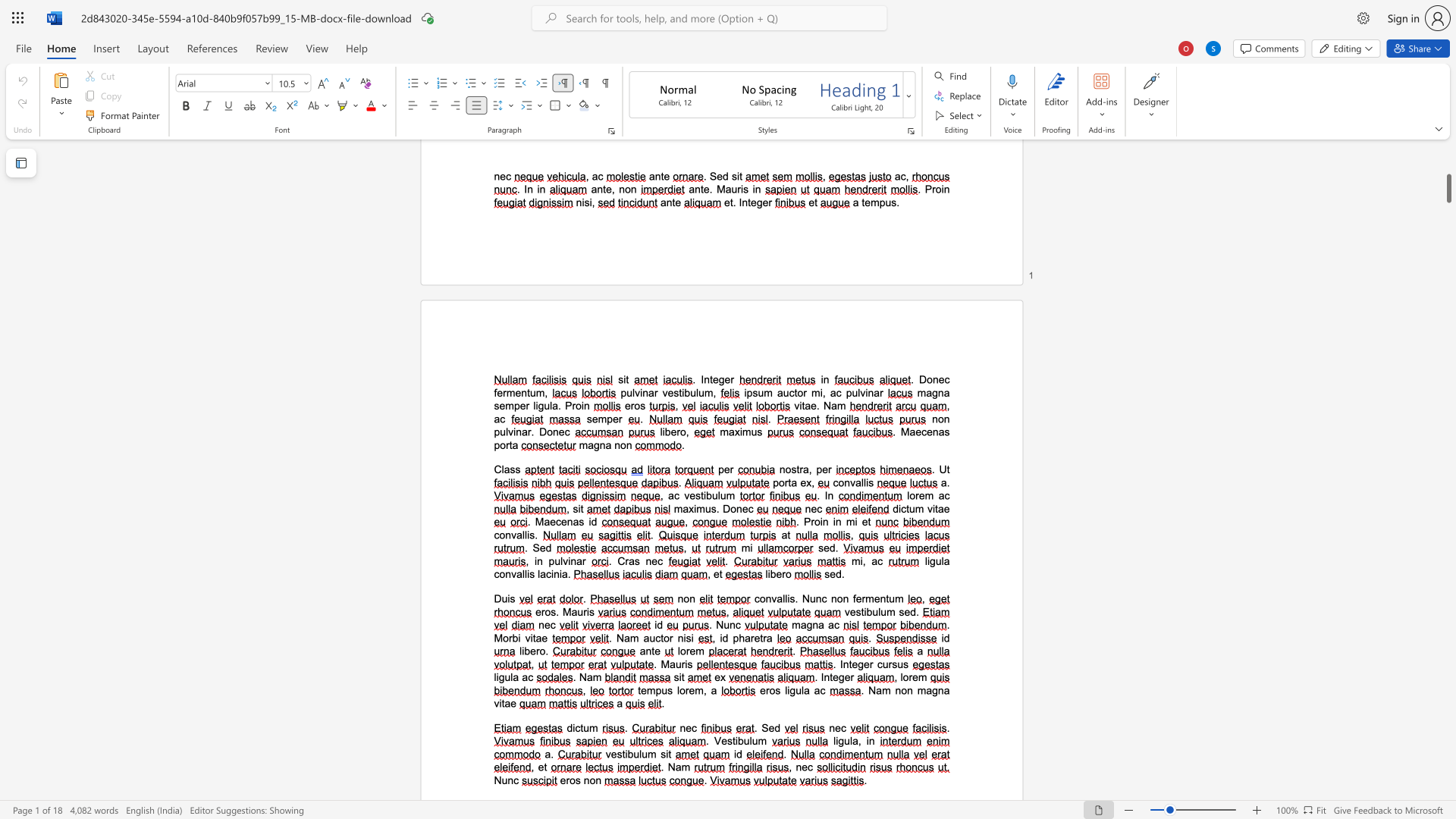  What do you see at coordinates (521, 574) in the screenshot?
I see `the space between the continuous character "a" and "l" in the text` at bounding box center [521, 574].